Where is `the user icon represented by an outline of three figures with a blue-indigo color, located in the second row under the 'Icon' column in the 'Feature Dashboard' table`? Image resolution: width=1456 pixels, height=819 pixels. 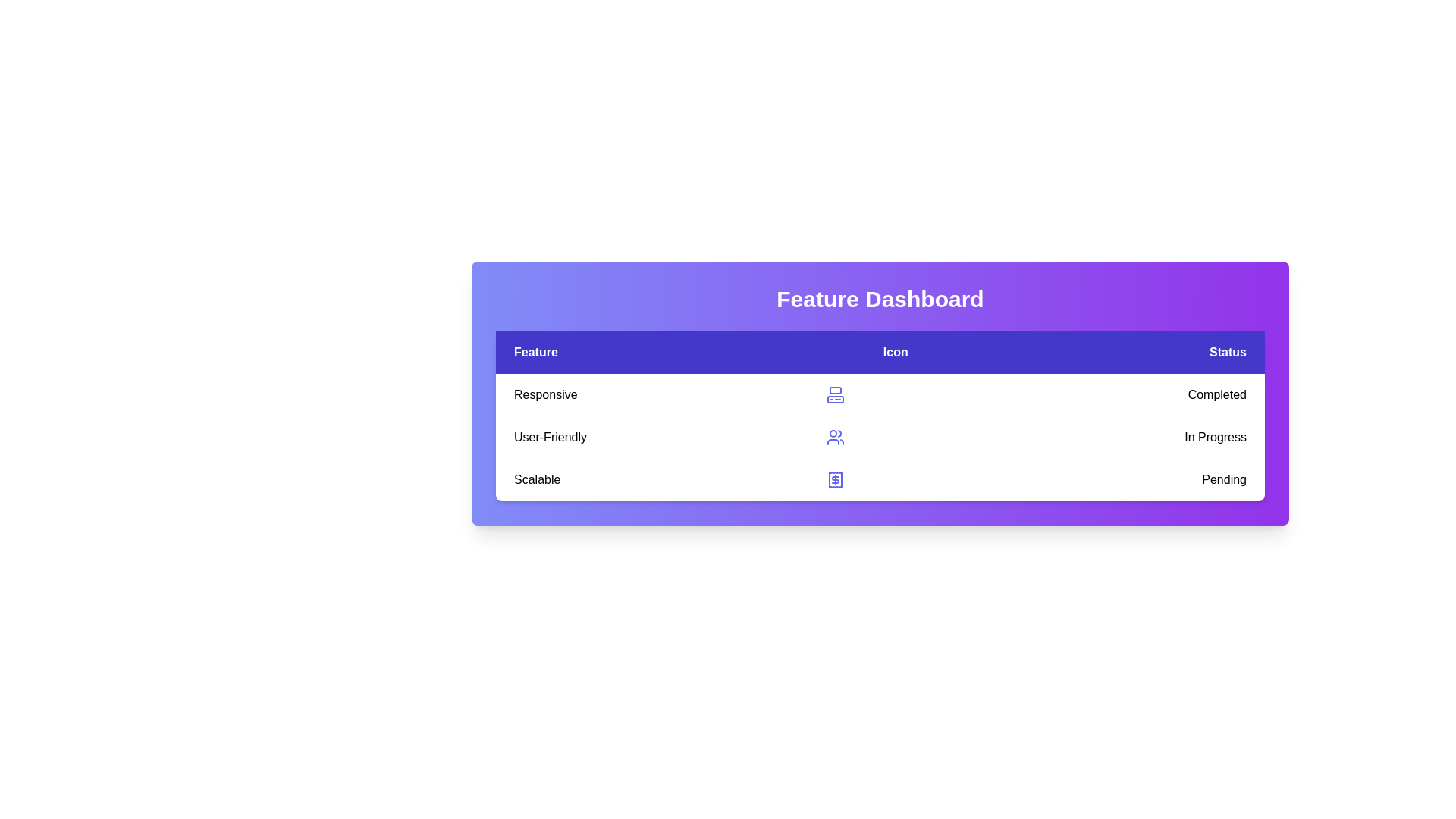
the user icon represented by an outline of three figures with a blue-indigo color, located in the second row under the 'Icon' column in the 'Feature Dashboard' table is located at coordinates (834, 438).